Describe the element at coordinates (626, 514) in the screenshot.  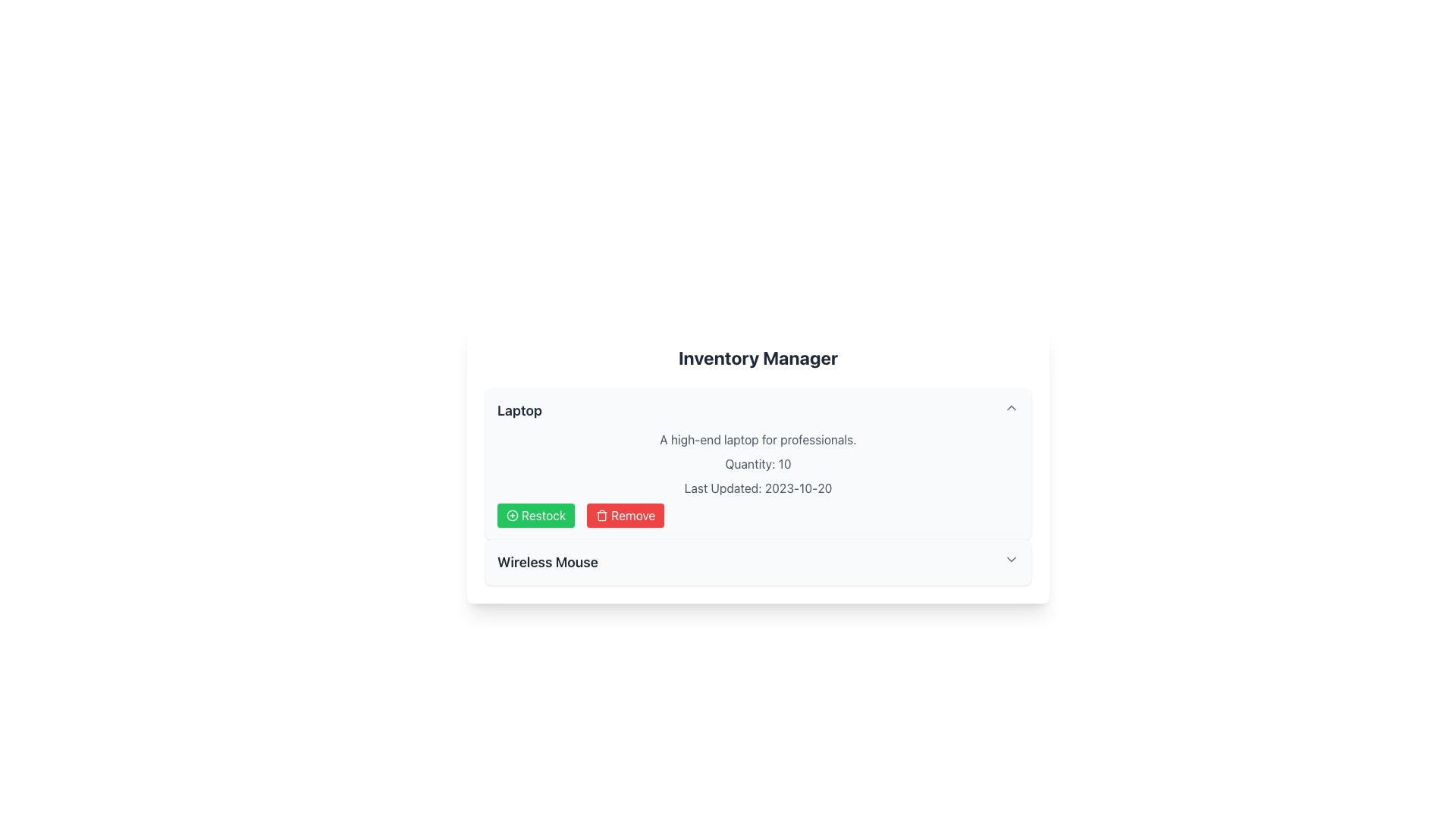
I see `the second button in the row of actions below the description of the 'Laptop' item` at that location.